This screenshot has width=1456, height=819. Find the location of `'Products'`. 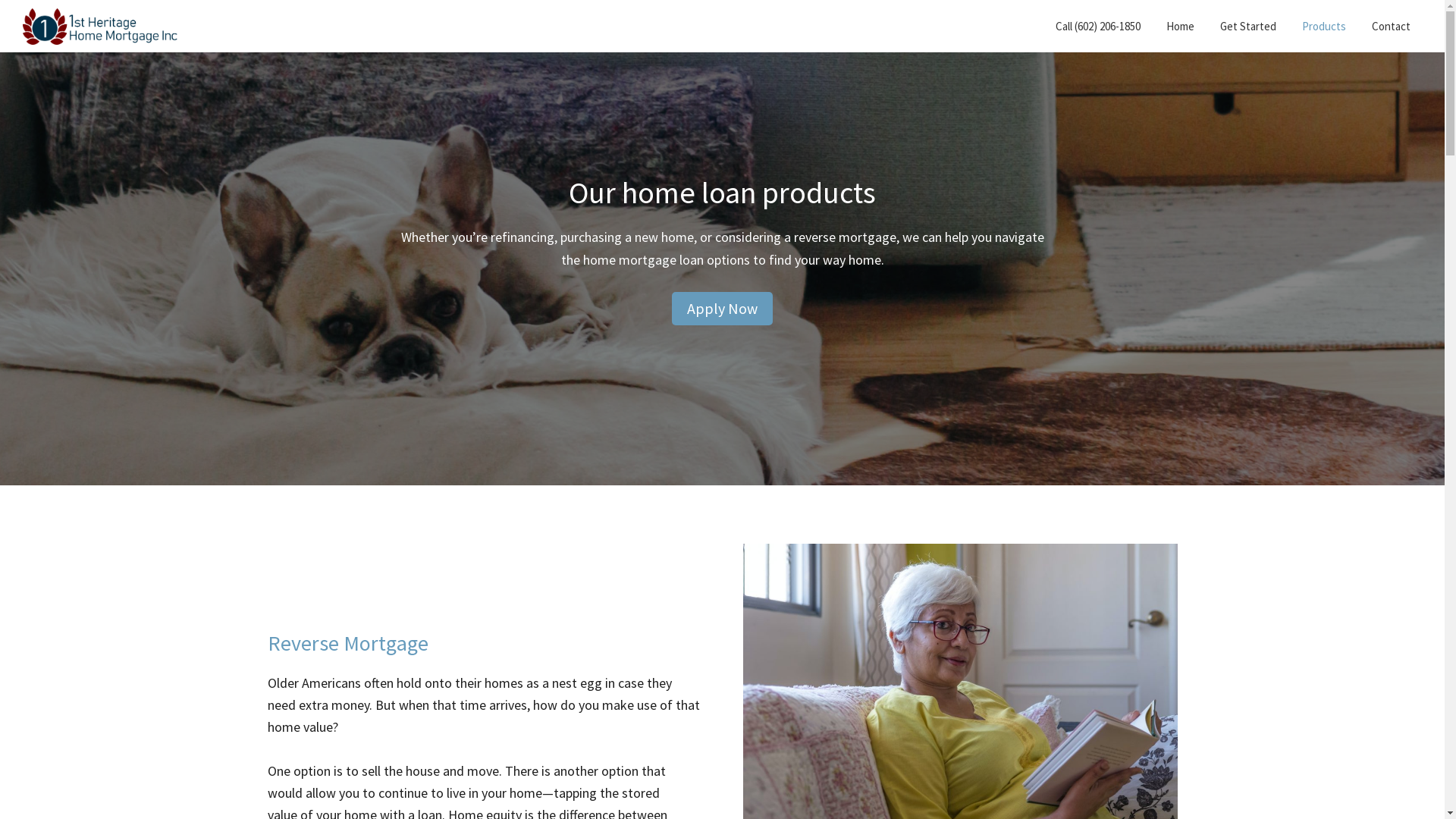

'Products' is located at coordinates (1323, 26).